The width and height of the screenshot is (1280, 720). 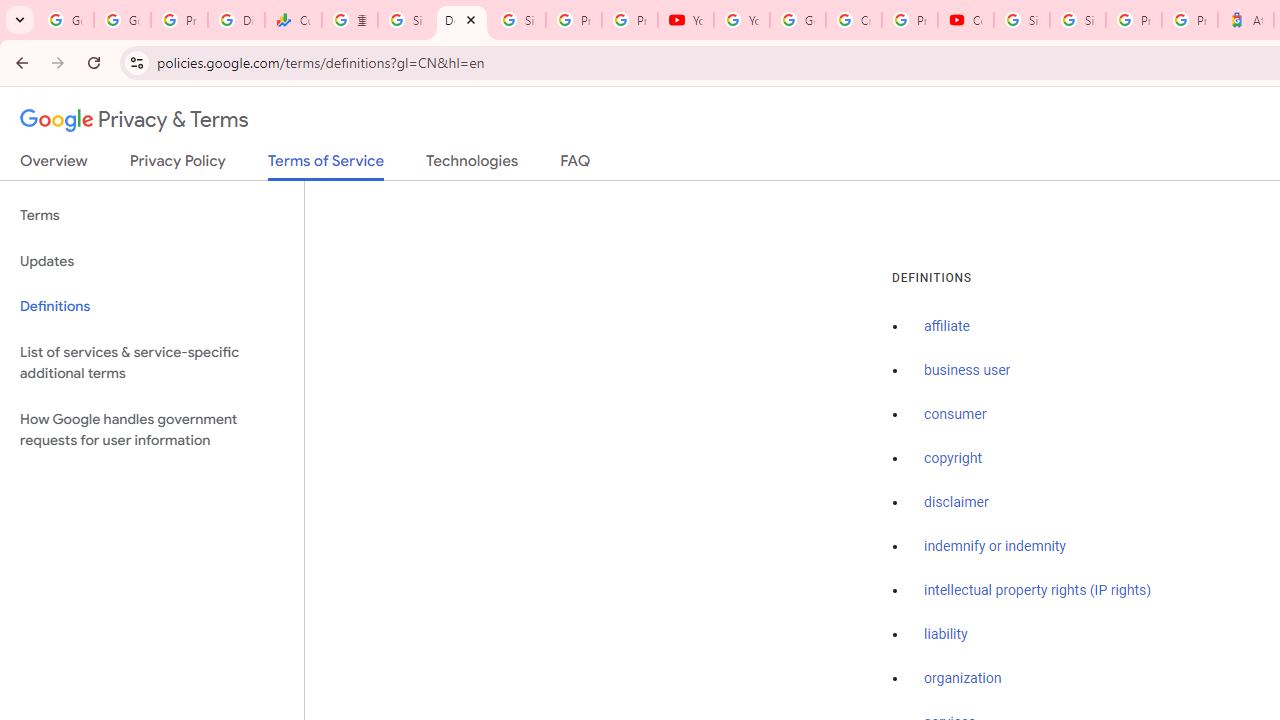 I want to click on 'List of services & service-specific additional terms', so click(x=151, y=362).